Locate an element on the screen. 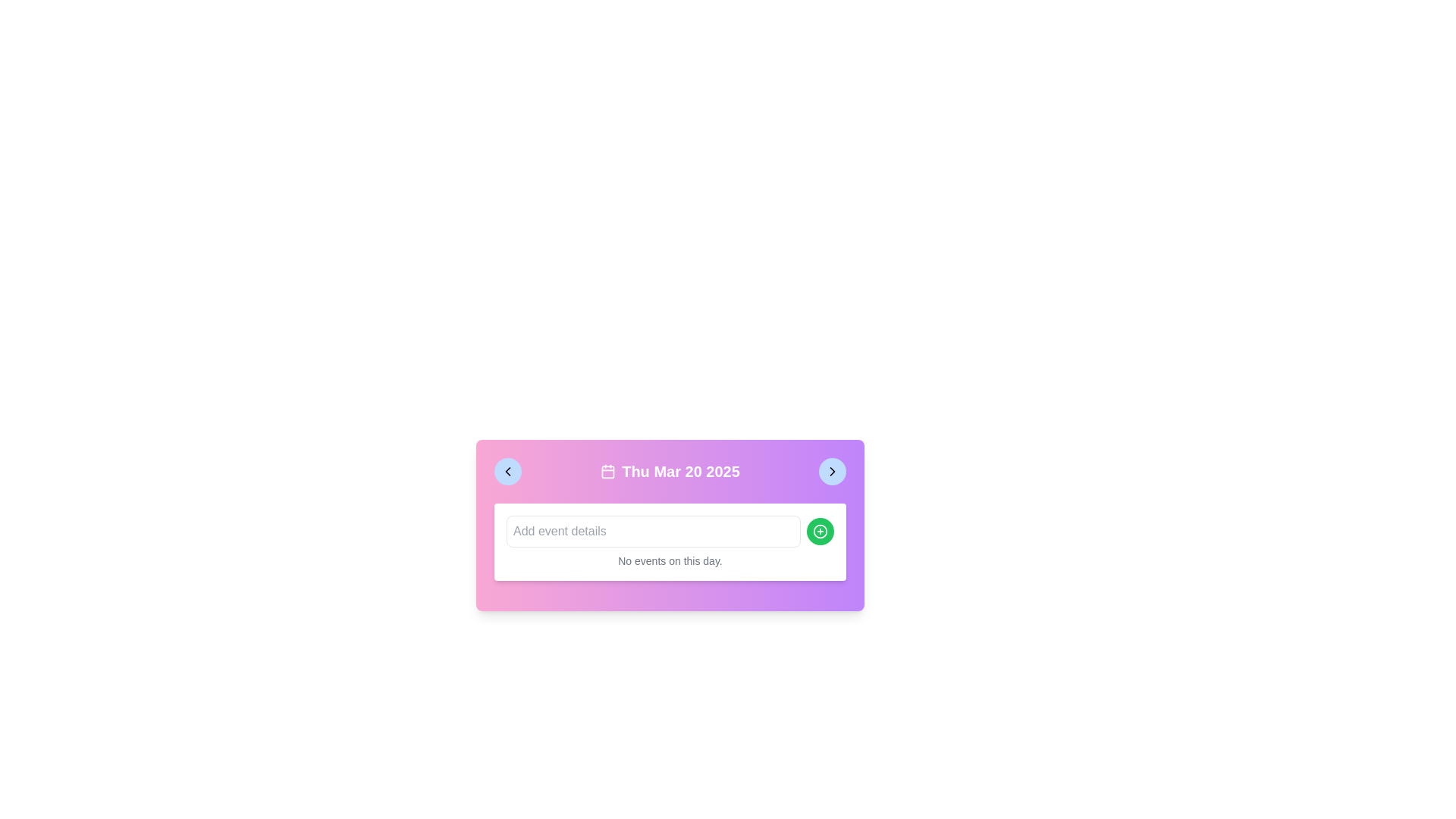  the right-facing chevron icon contained within a circular button at the top-right corner of the rectangular interface panel is located at coordinates (832, 470).